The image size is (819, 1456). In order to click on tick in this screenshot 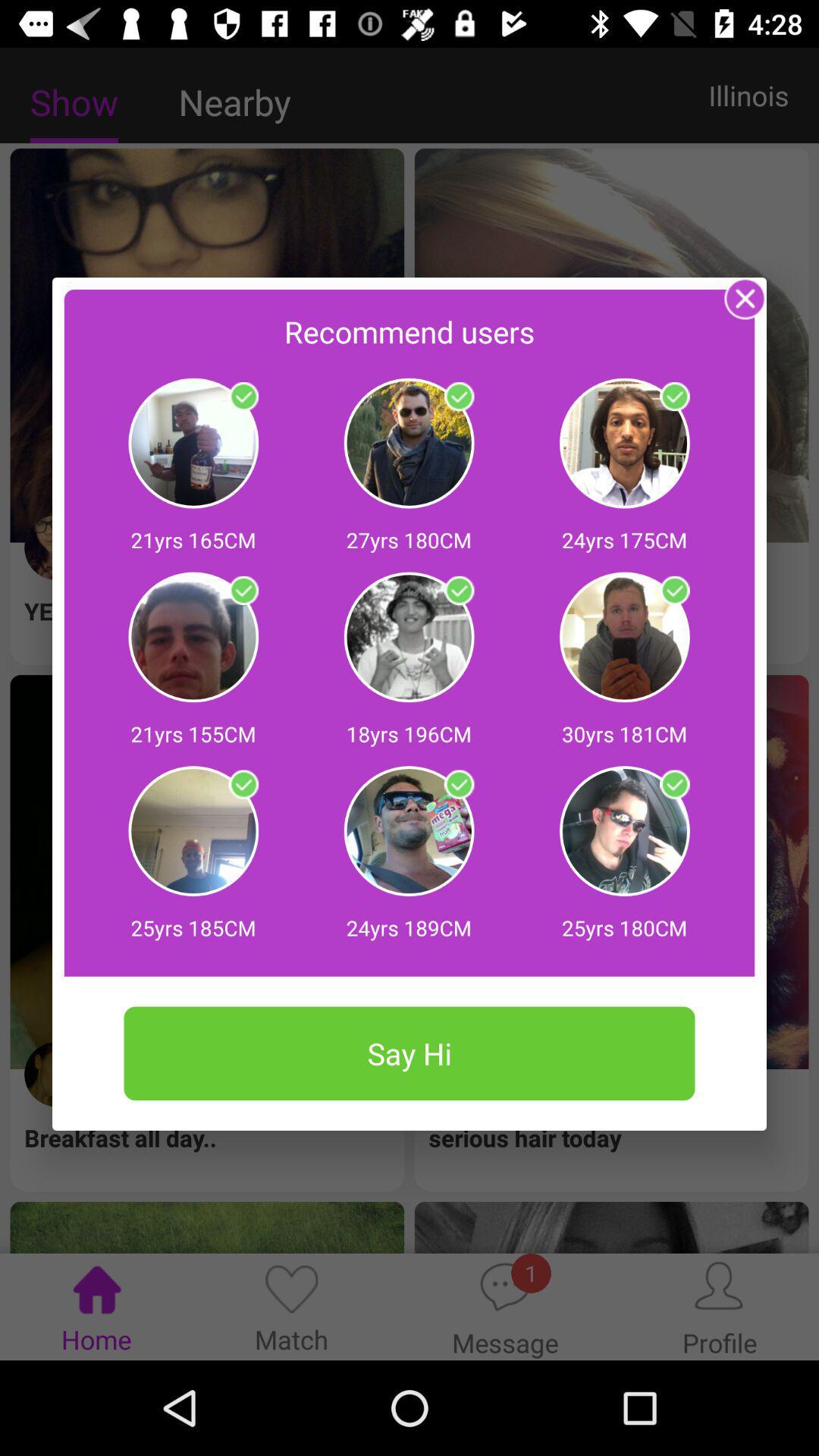, I will do `click(673, 590)`.